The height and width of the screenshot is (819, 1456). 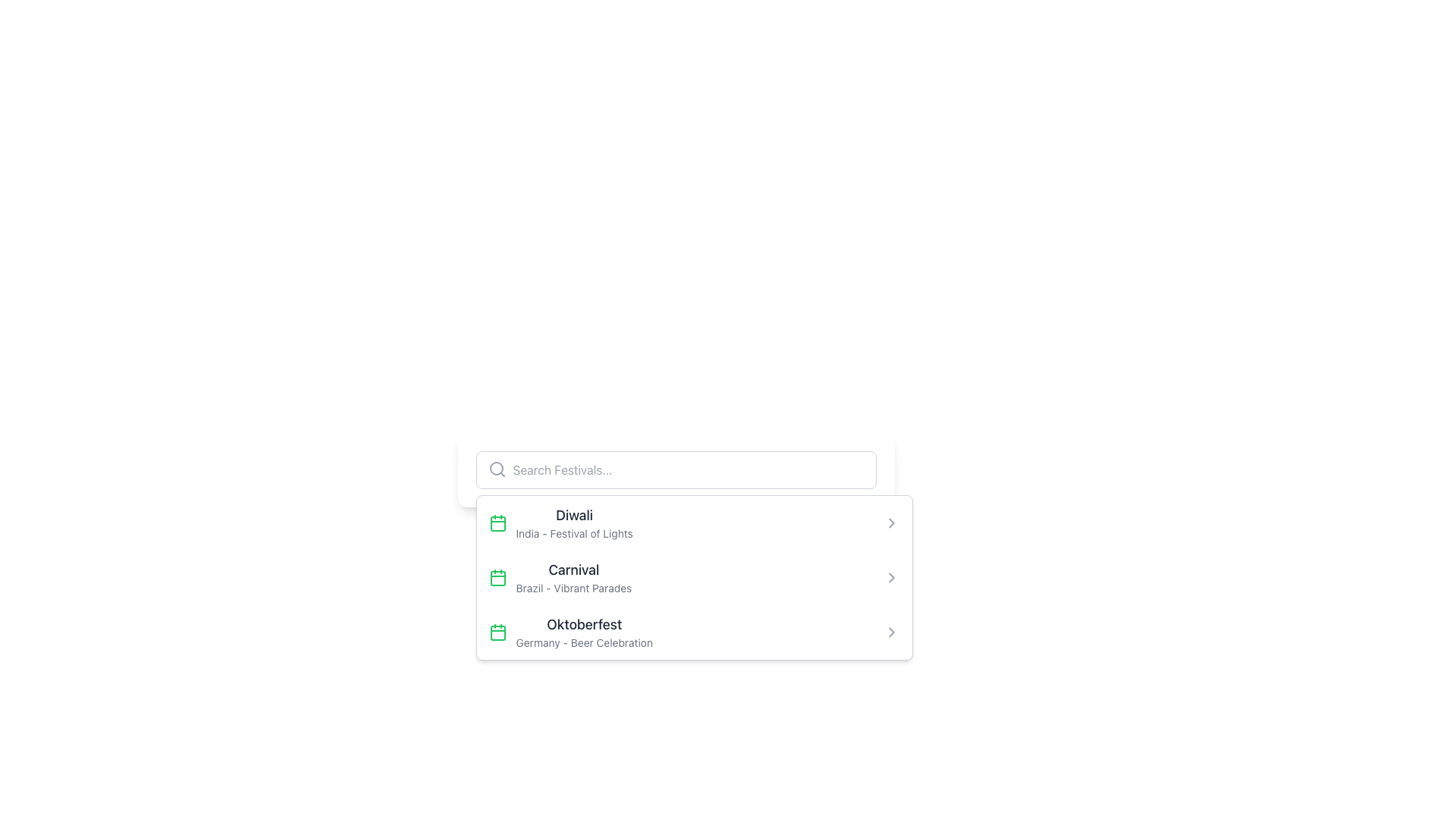 I want to click on the text label displaying 'India - Festival of Lights', which is located underneath the bold 'Diwali' title in the festival list, so click(x=573, y=533).